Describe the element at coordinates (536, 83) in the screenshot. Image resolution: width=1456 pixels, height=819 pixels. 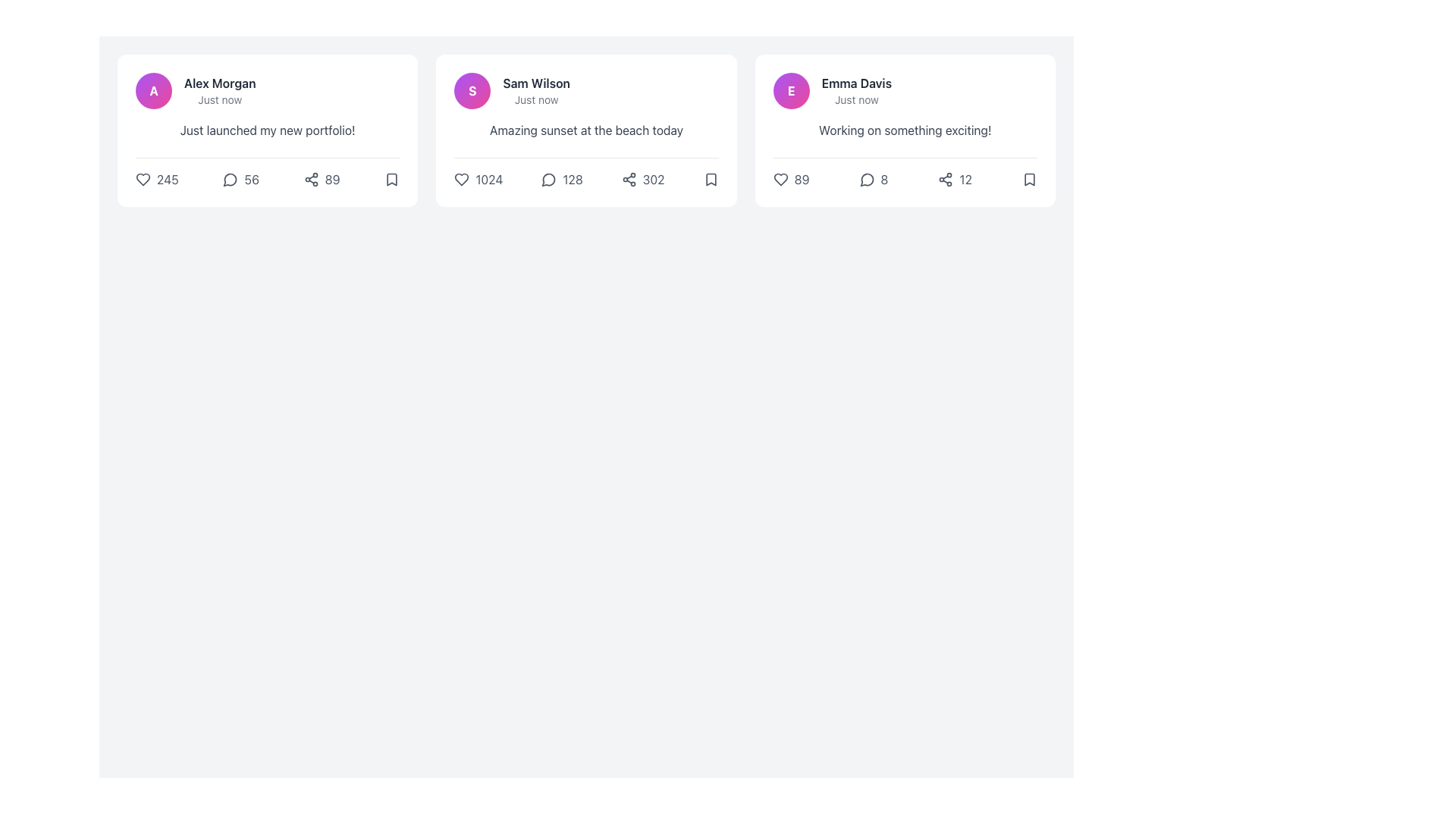
I see `the text label 'Sam Wilson', which is styled with bold font and dark gray color, located at the top of the second card in a grid layout, next to a circular avatar containing an 'S'` at that location.